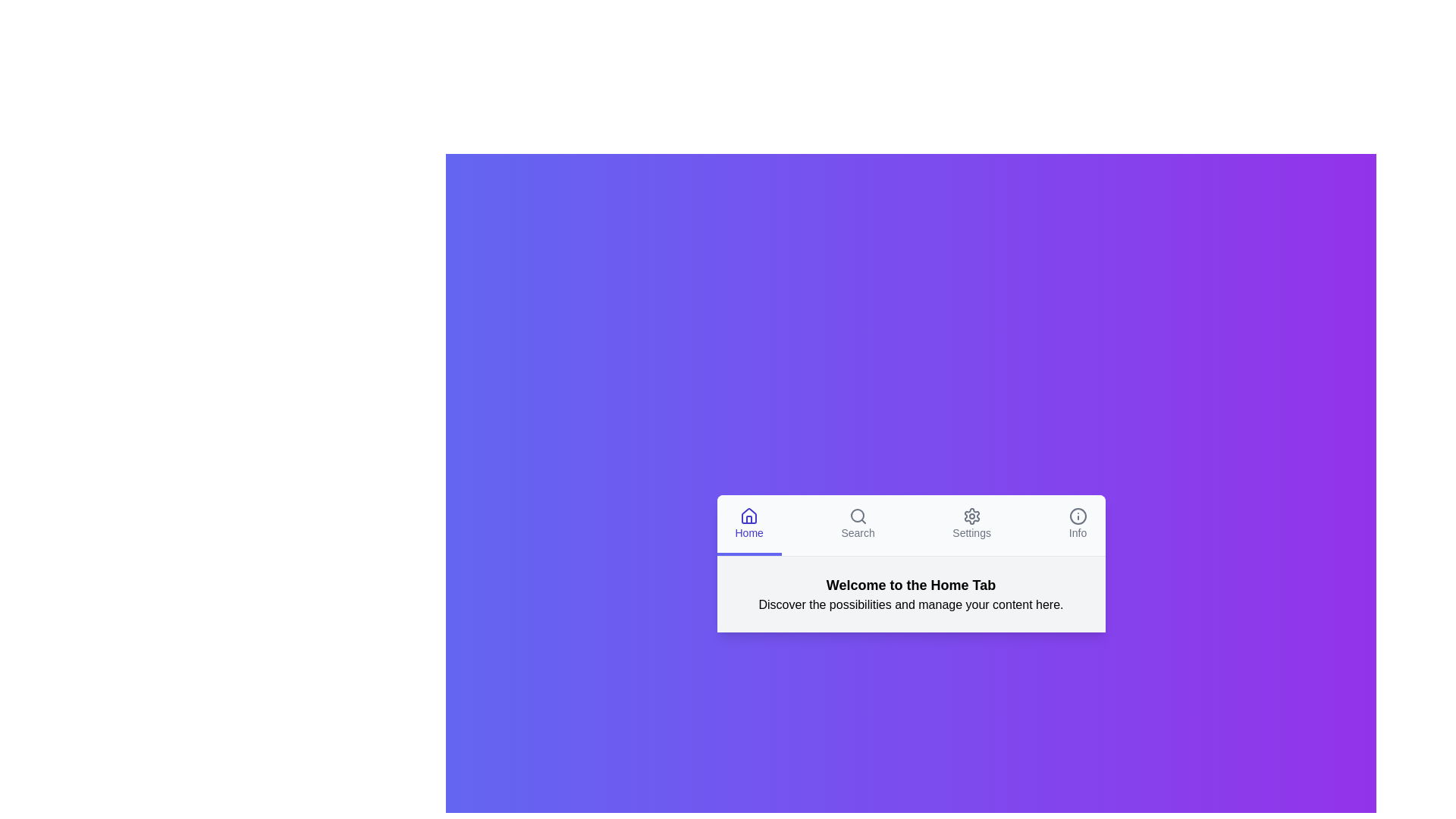 This screenshot has width=1456, height=819. Describe the element at coordinates (971, 515) in the screenshot. I see `the 'Settings' icon located third from the left in the bottom navigation bar` at that location.